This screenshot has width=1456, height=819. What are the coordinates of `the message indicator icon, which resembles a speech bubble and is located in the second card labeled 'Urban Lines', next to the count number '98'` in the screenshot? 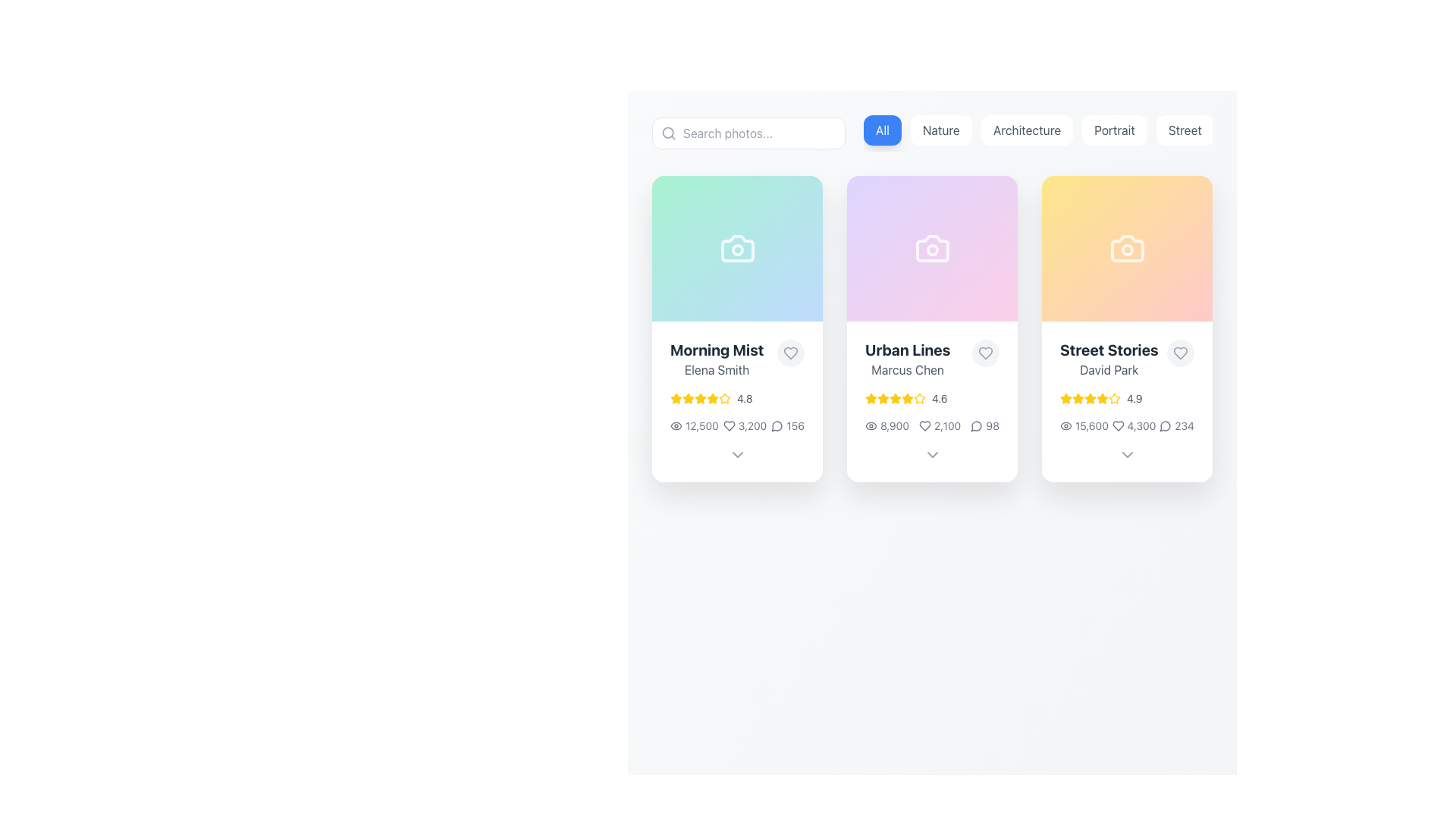 It's located at (977, 426).